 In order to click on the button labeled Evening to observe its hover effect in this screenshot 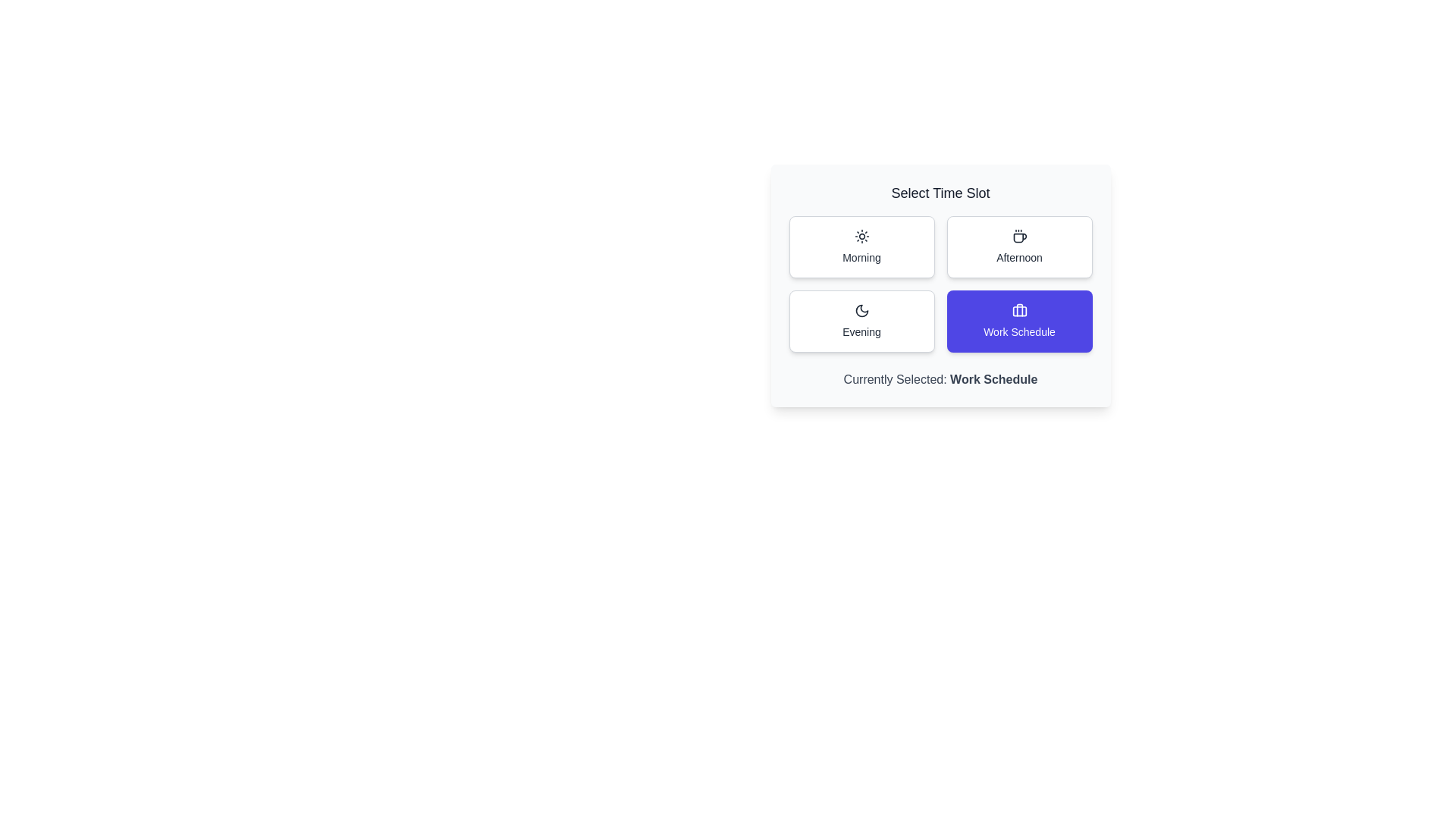, I will do `click(861, 321)`.